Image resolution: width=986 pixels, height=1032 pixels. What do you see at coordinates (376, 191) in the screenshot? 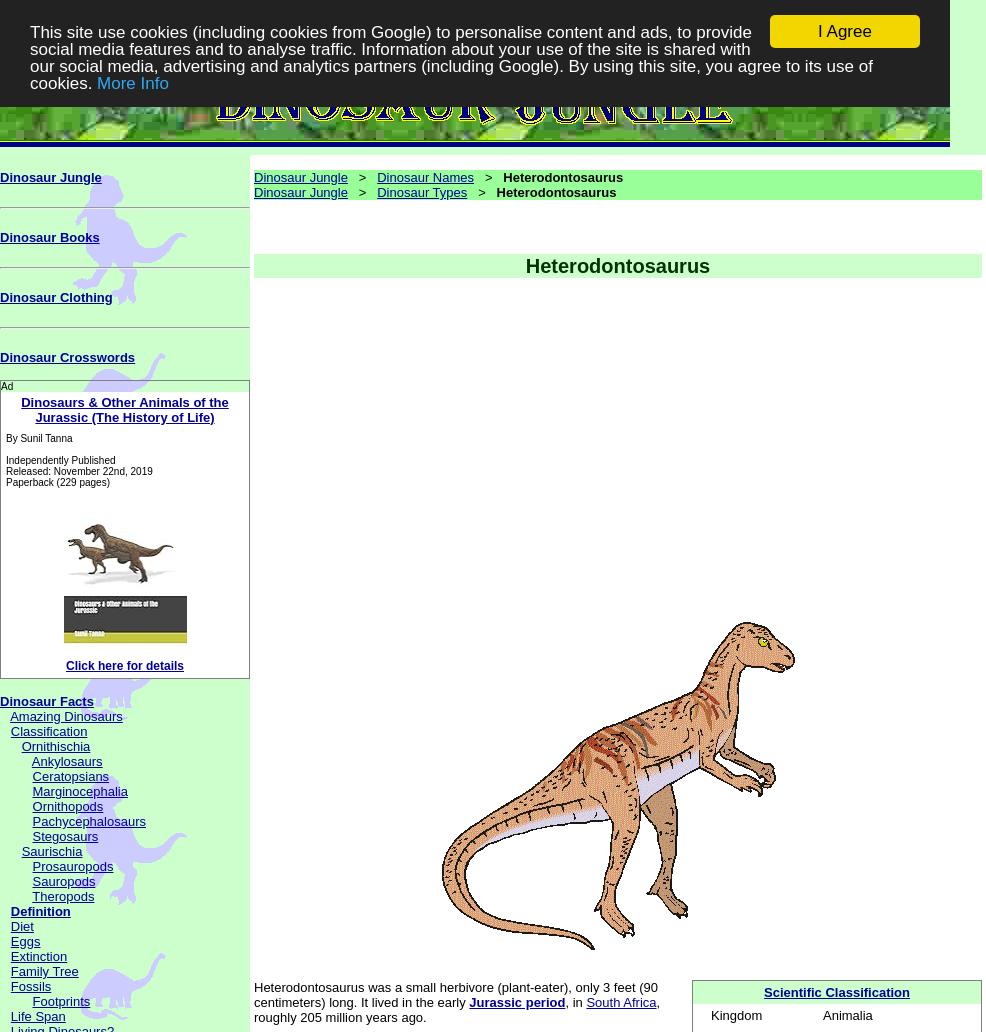
I see `'Dinosaur Types'` at bounding box center [376, 191].